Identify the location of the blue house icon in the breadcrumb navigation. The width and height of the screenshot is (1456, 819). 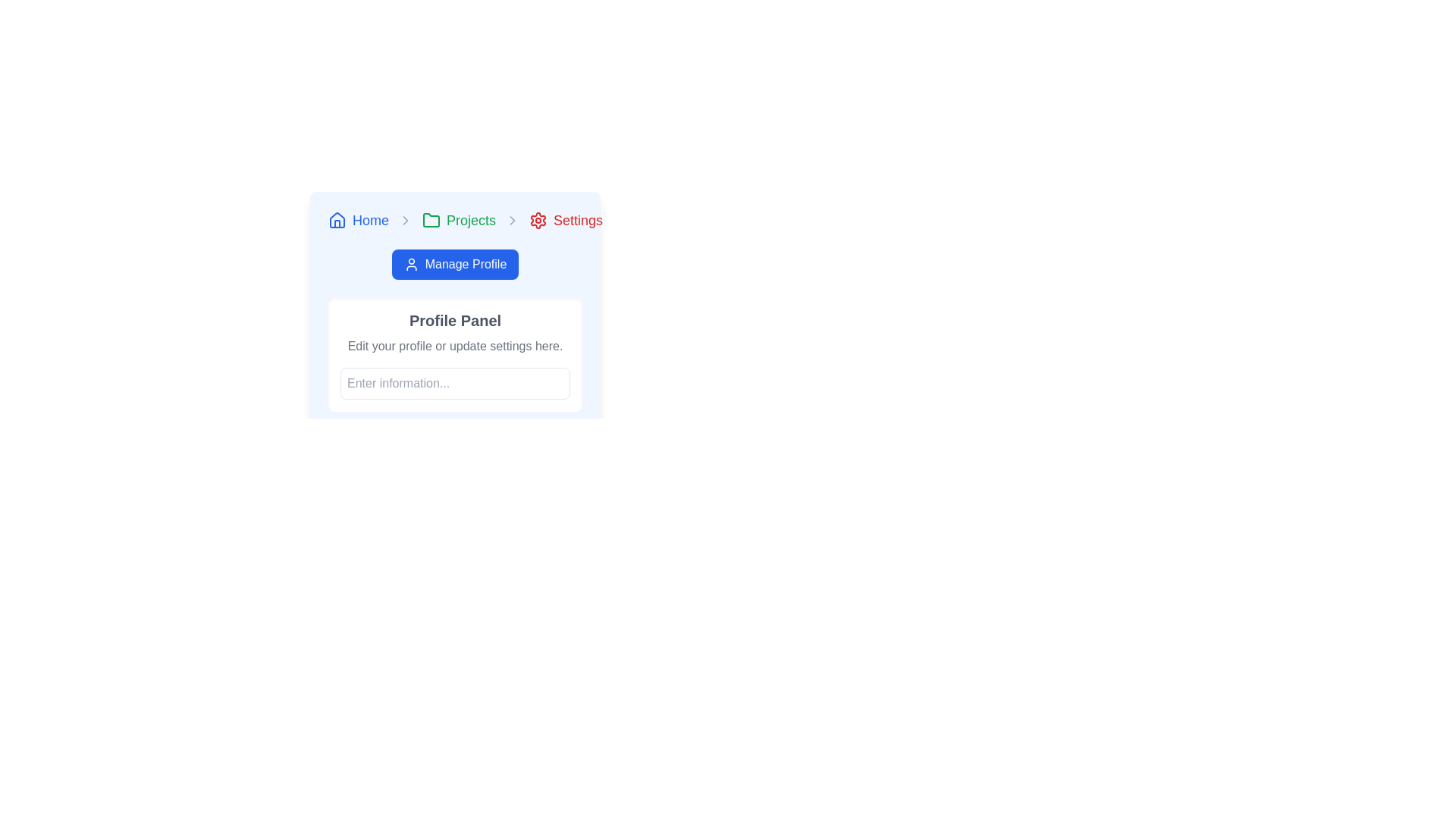
(337, 220).